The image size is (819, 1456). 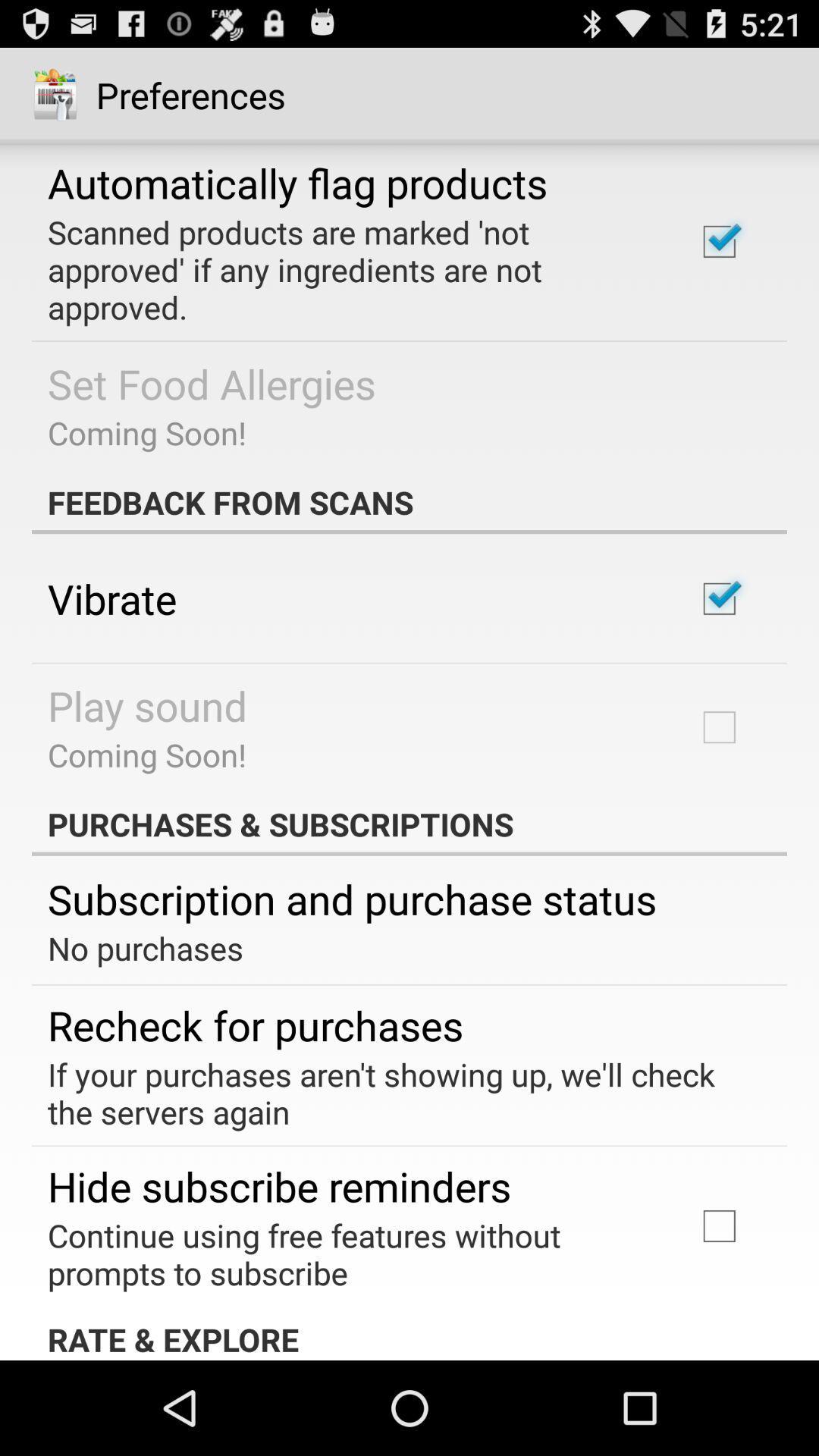 What do you see at coordinates (212, 383) in the screenshot?
I see `the icon above the coming soon! icon` at bounding box center [212, 383].